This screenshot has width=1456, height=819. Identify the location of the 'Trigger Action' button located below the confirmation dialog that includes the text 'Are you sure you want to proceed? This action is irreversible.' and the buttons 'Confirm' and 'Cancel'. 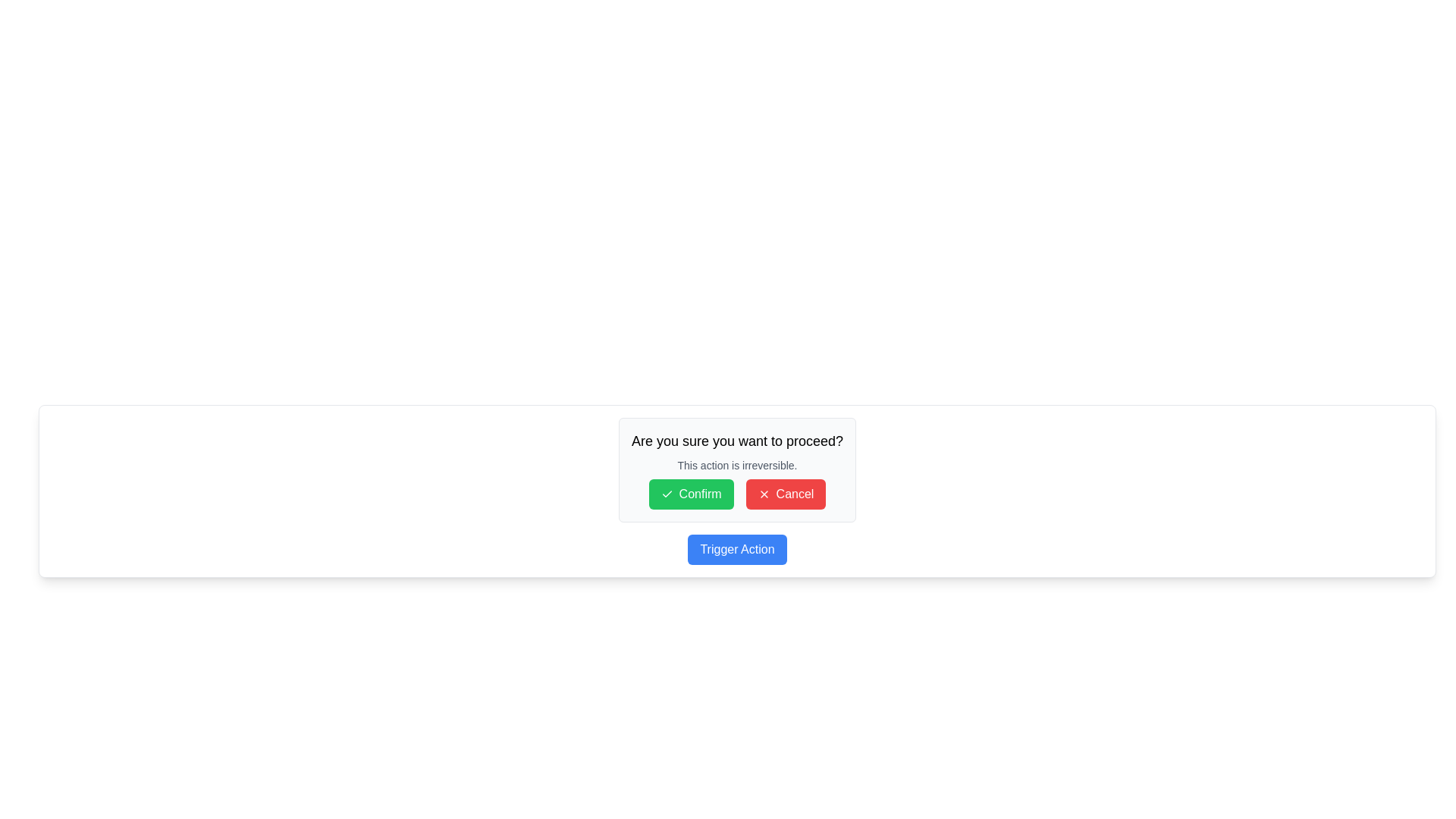
(737, 550).